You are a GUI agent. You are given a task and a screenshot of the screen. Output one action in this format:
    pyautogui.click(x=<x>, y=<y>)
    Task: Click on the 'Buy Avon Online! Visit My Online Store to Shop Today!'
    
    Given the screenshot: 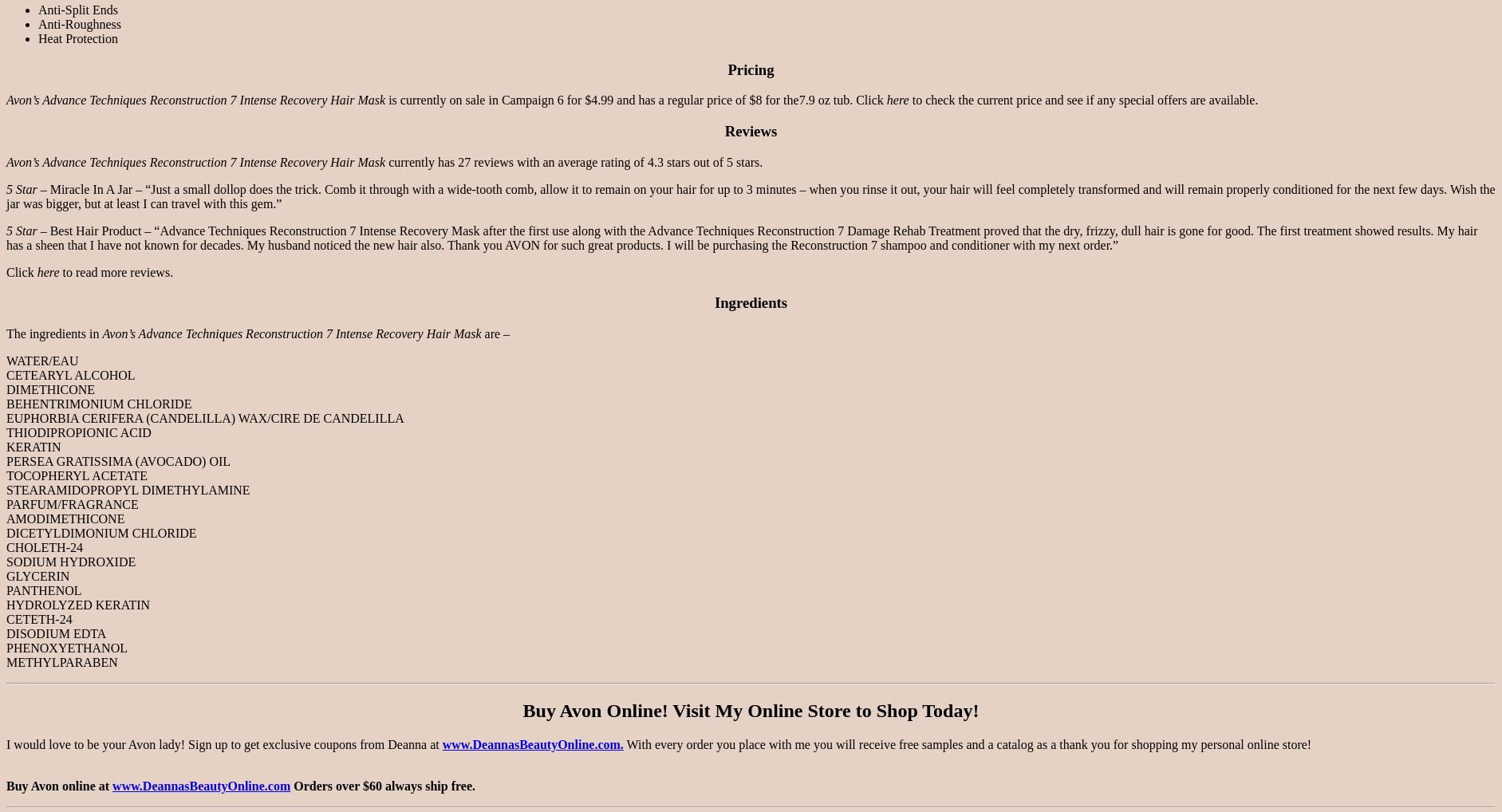 What is the action you would take?
    pyautogui.click(x=749, y=710)
    